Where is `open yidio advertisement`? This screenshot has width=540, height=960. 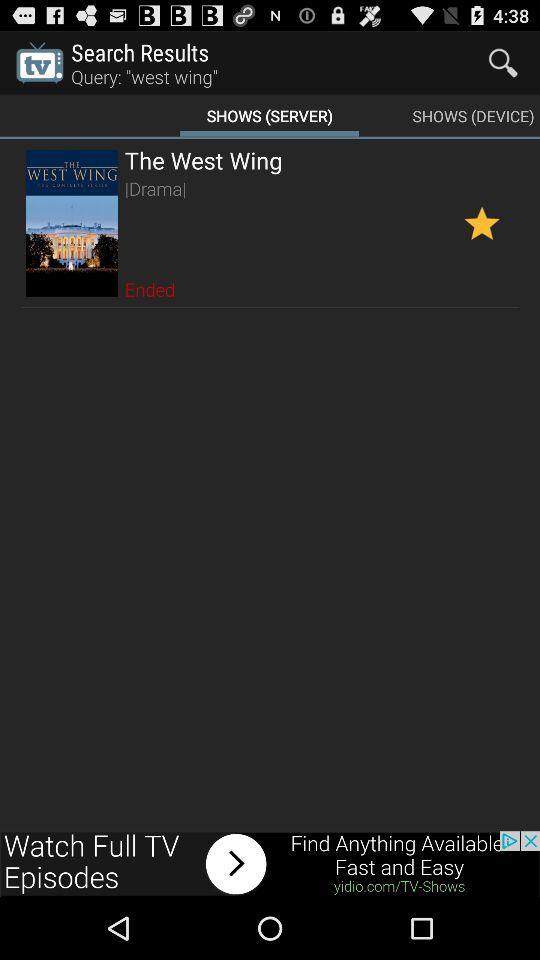 open yidio advertisement is located at coordinates (270, 863).